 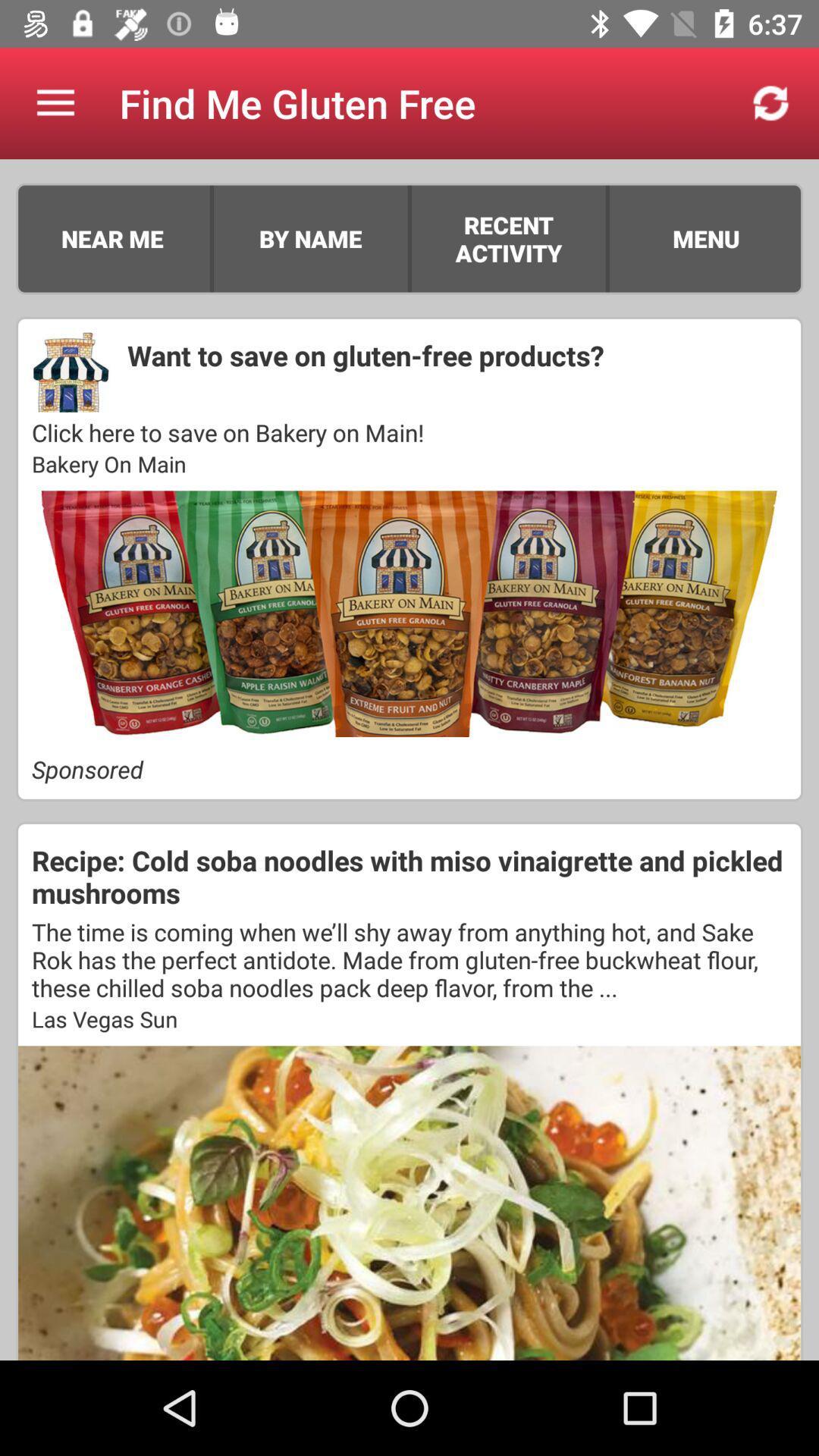 What do you see at coordinates (409, 959) in the screenshot?
I see `the item above las vegas sun` at bounding box center [409, 959].